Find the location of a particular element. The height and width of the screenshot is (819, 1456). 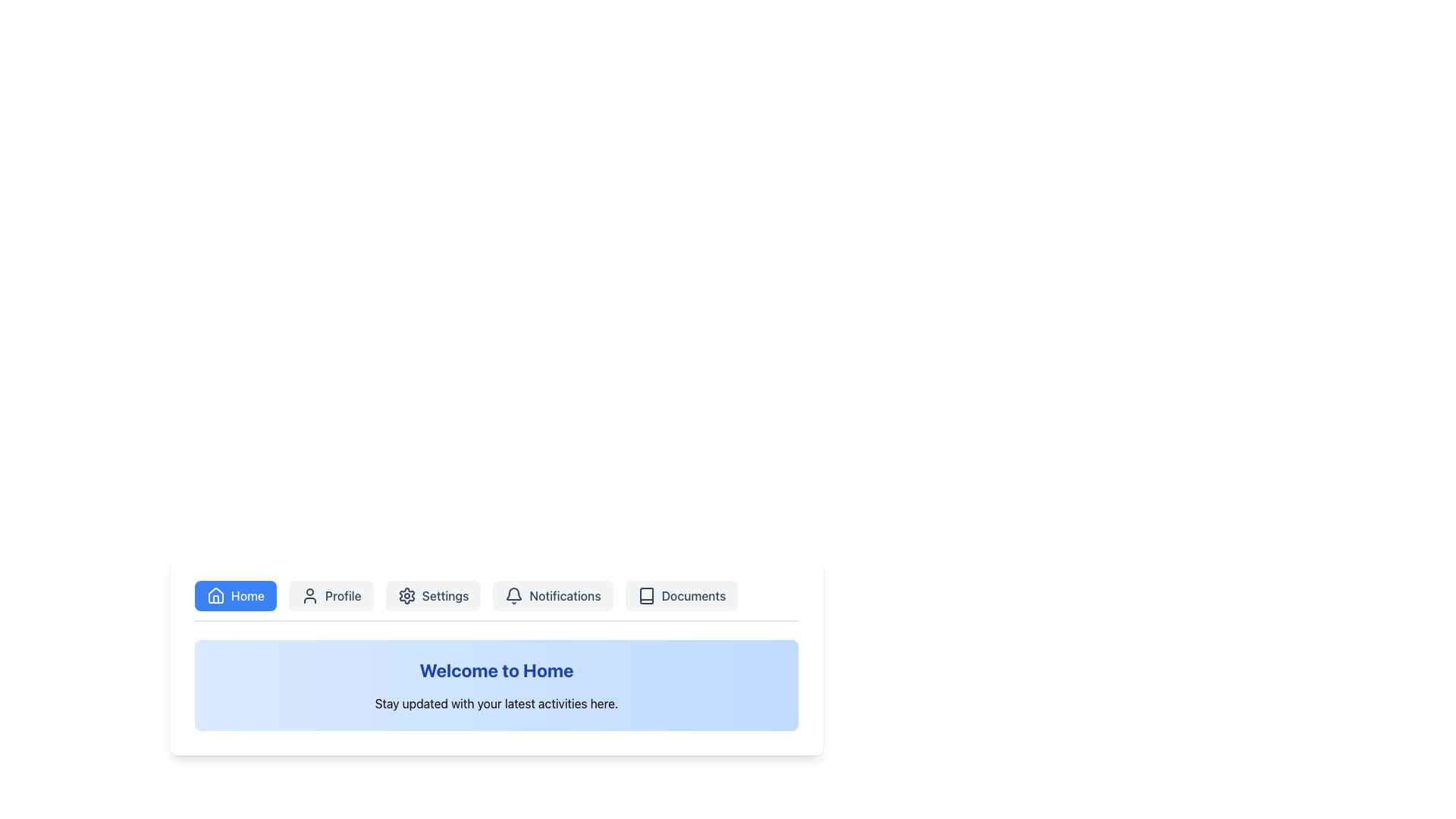

the profile navigation button located between the 'Home' and 'Settings' buttons is located at coordinates (330, 595).